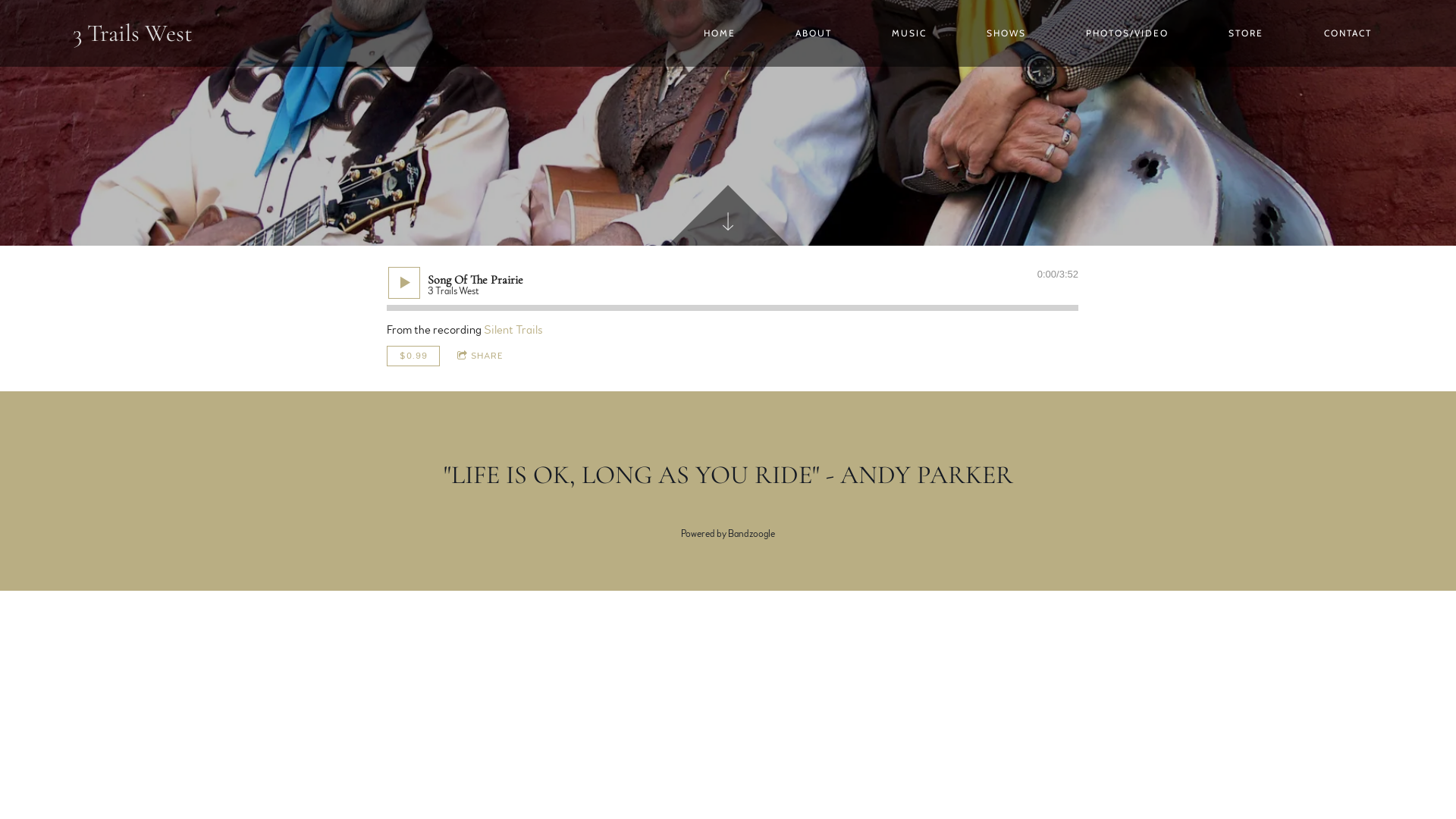 Image resolution: width=1456 pixels, height=819 pixels. Describe the element at coordinates (1006, 33) in the screenshot. I see `'SHOWS'` at that location.